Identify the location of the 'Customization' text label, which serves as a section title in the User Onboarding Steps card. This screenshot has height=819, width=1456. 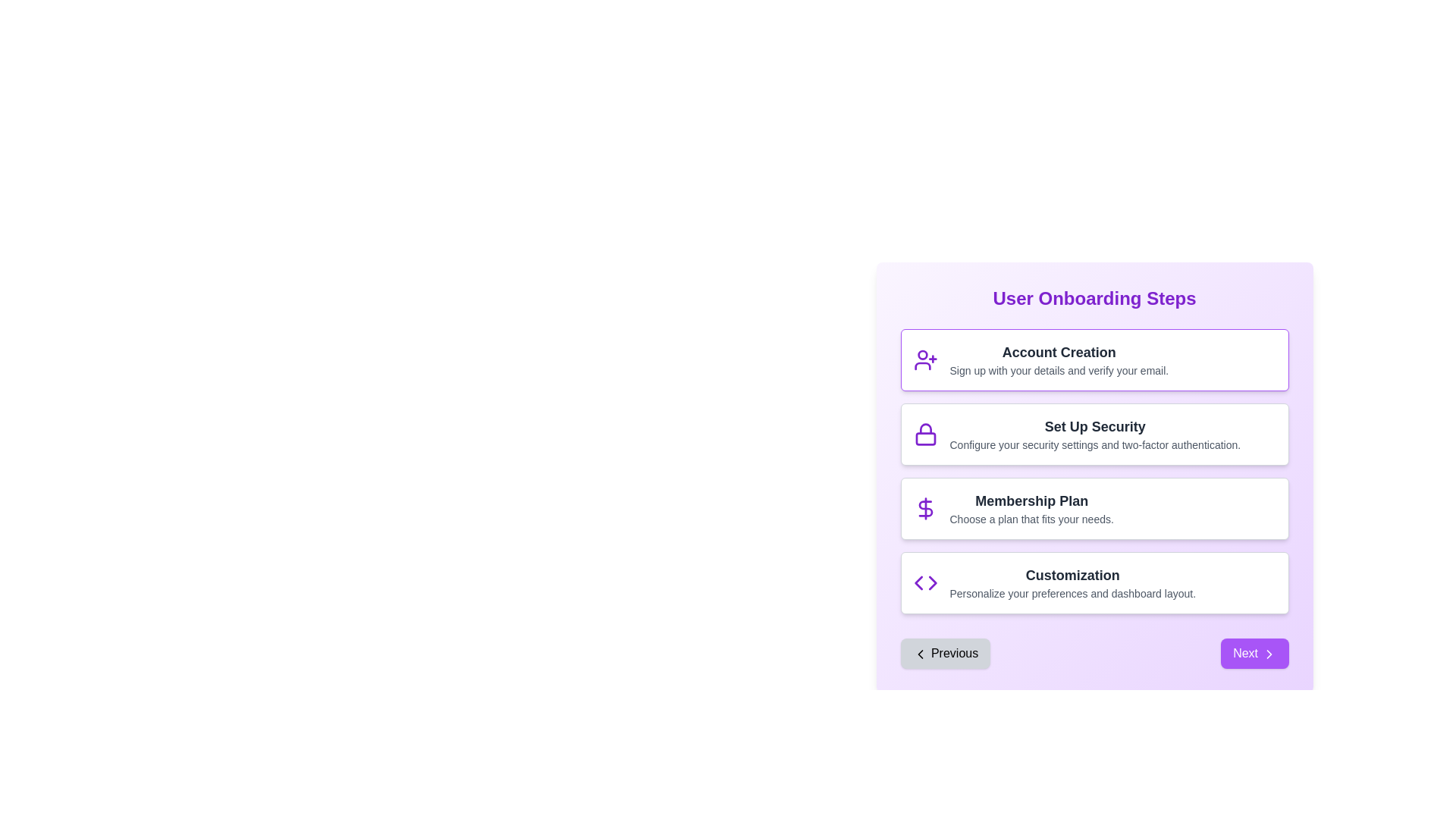
(1072, 576).